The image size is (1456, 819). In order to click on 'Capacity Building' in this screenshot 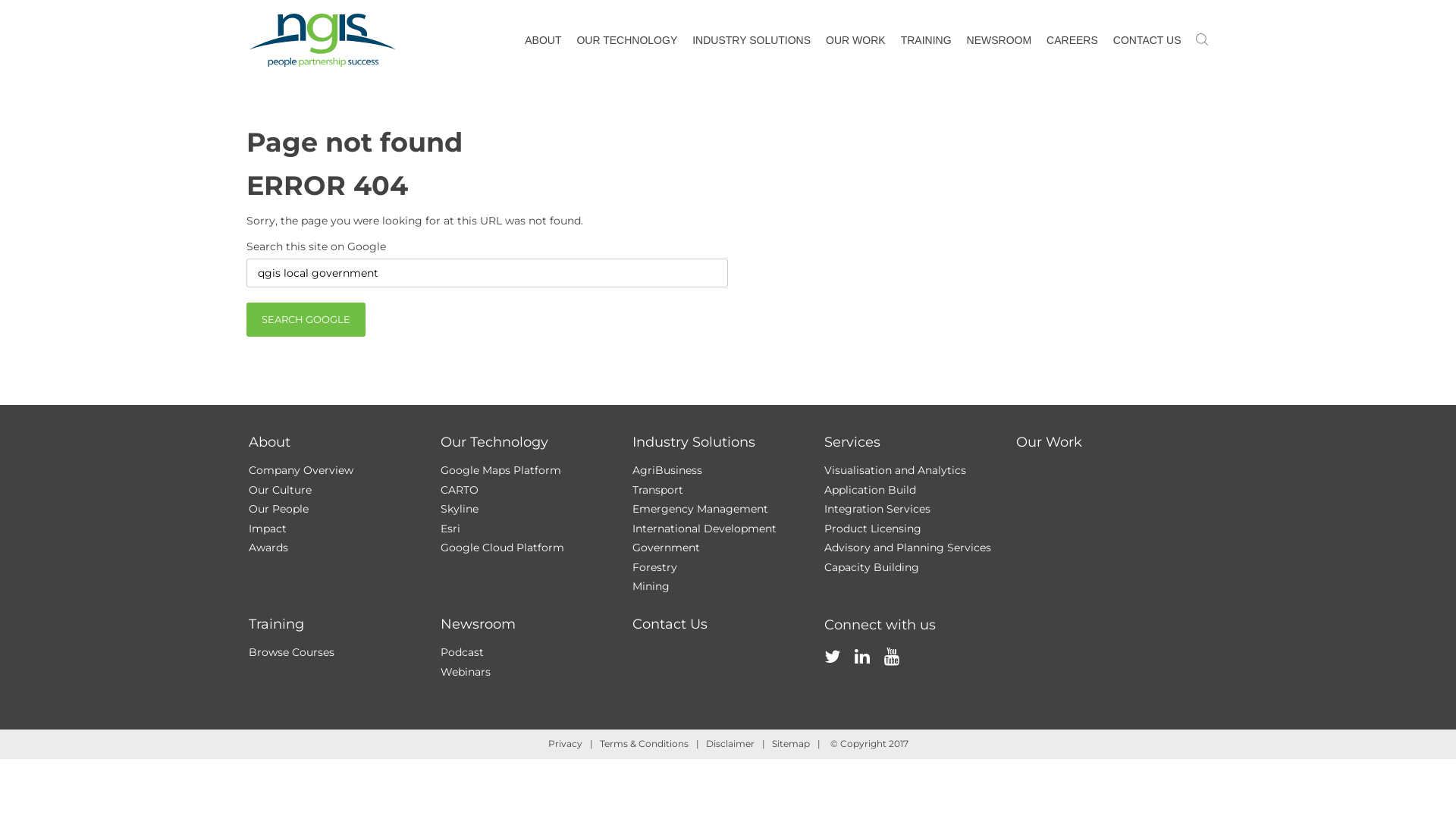, I will do `click(871, 566)`.